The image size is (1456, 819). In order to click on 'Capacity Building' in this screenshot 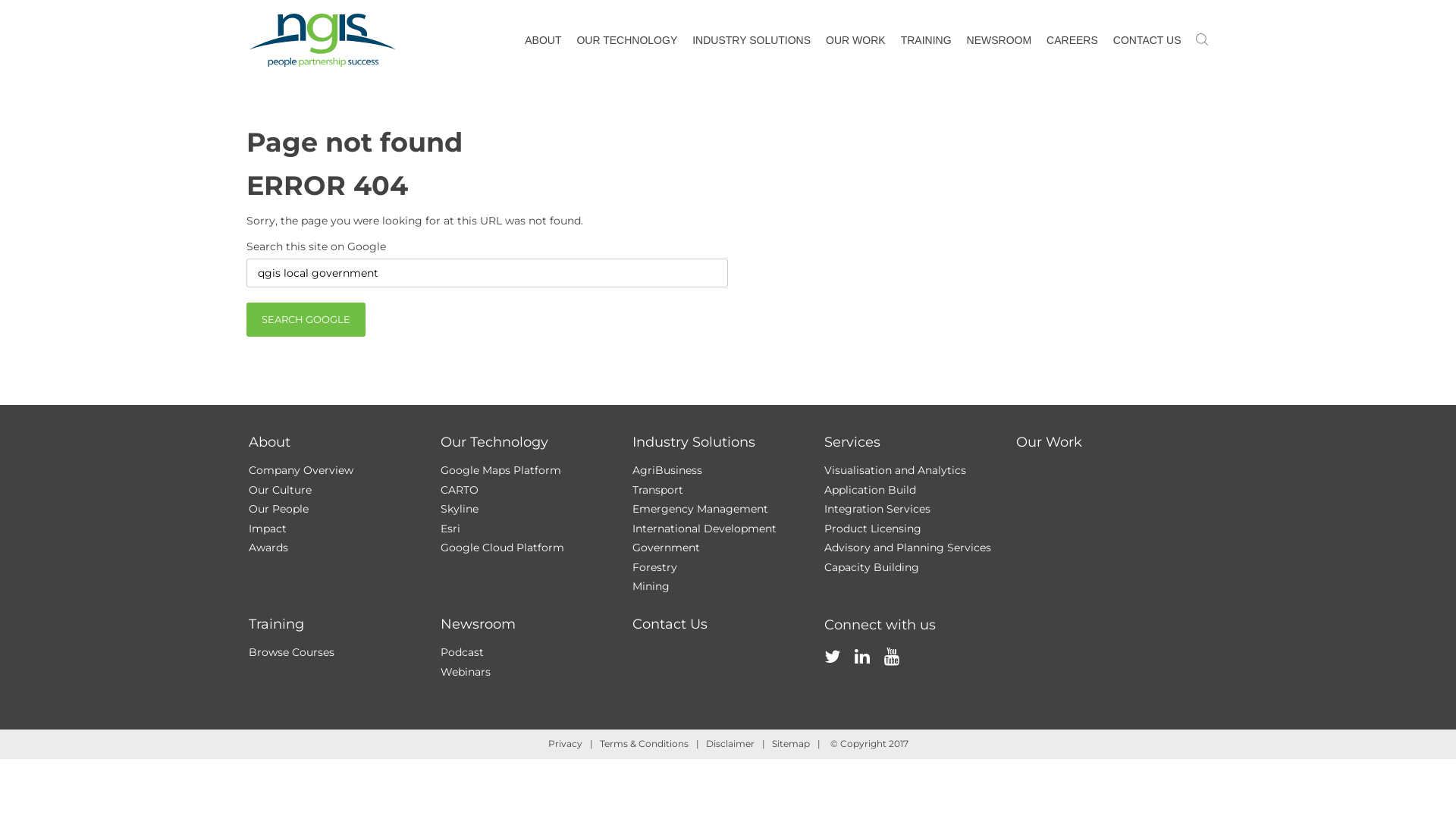, I will do `click(871, 566)`.